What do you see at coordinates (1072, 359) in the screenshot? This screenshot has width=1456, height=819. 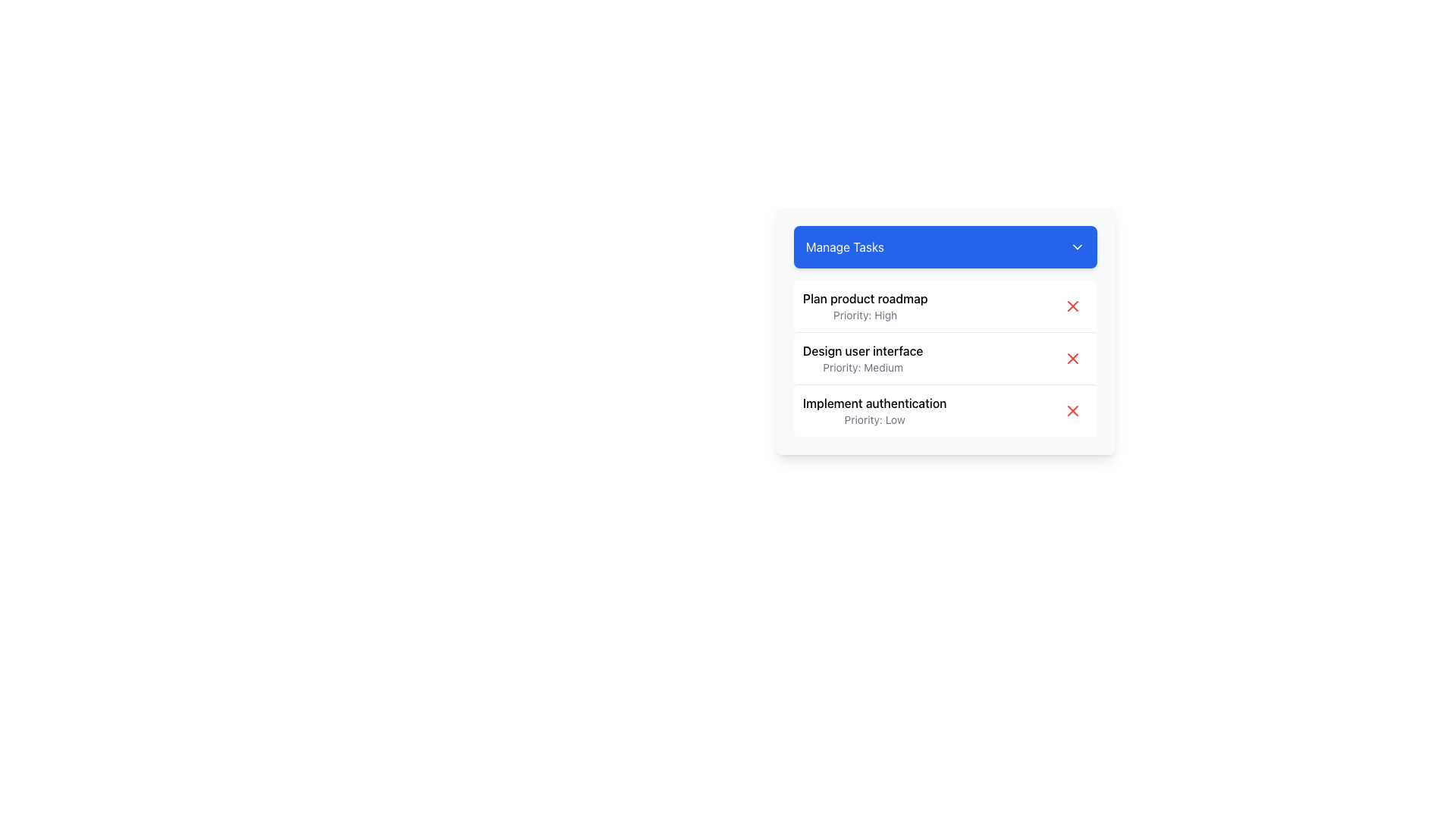 I see `the small red 'X' icon` at bounding box center [1072, 359].